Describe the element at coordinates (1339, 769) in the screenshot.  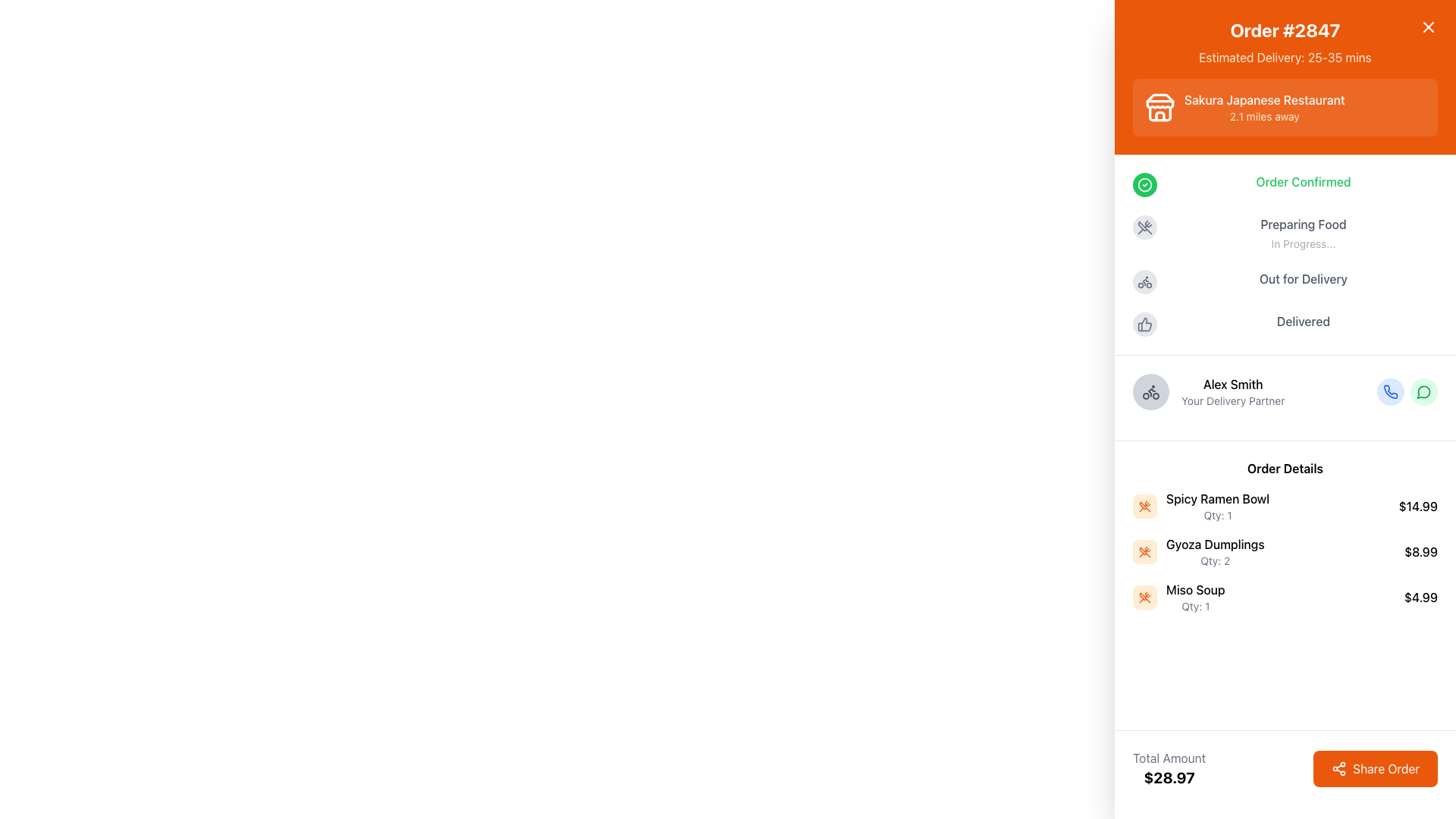
I see `the left-aligned icon within the 'Share Order' button located in the bottom-right corner of the panel with an orange background` at that location.